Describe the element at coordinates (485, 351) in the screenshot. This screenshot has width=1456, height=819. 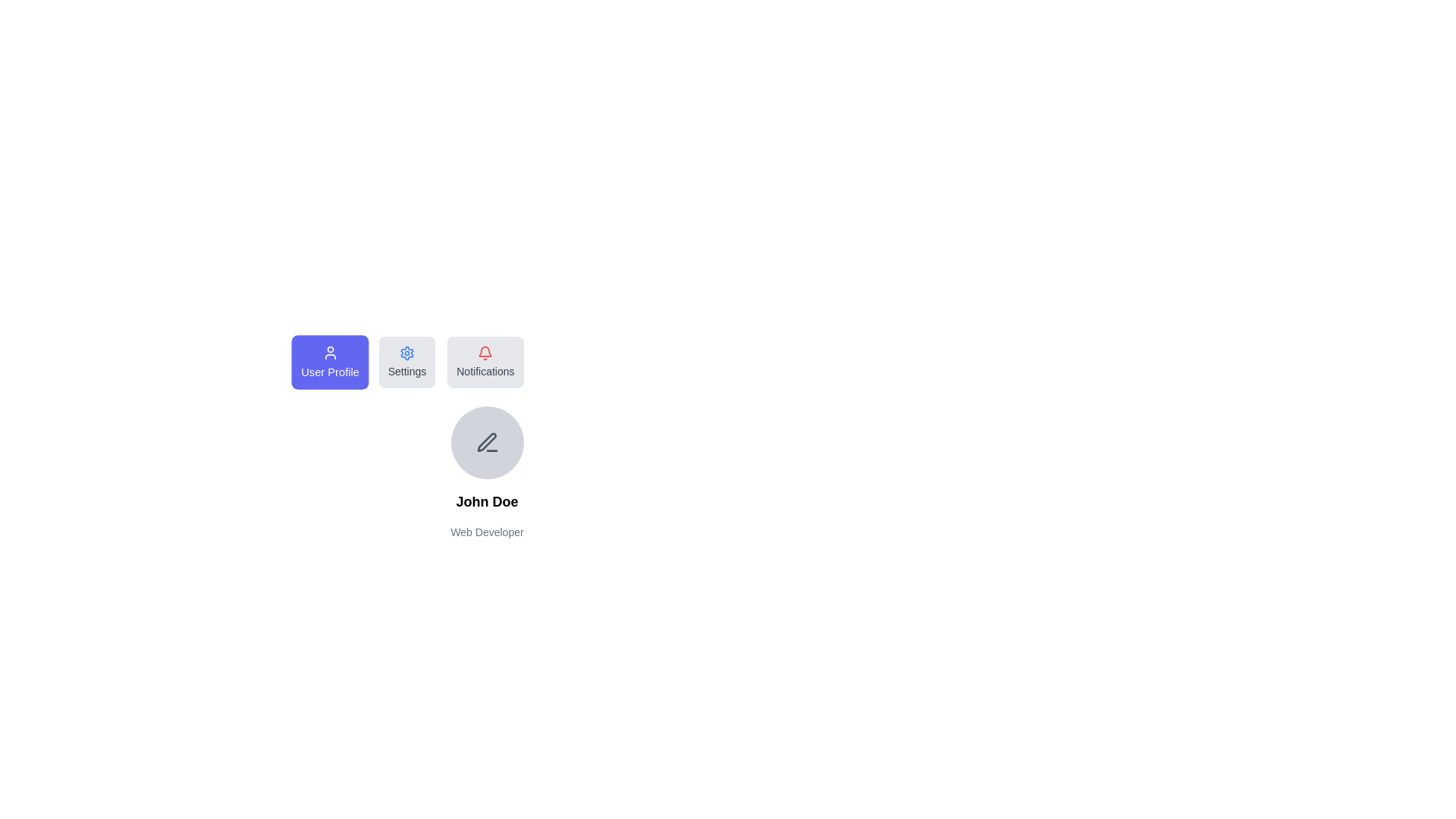
I see `the decorative bell icon, which is positioned as the last icon in a row of three buttons labeled 'User Profile', 'Settings', and 'Notifications'` at that location.